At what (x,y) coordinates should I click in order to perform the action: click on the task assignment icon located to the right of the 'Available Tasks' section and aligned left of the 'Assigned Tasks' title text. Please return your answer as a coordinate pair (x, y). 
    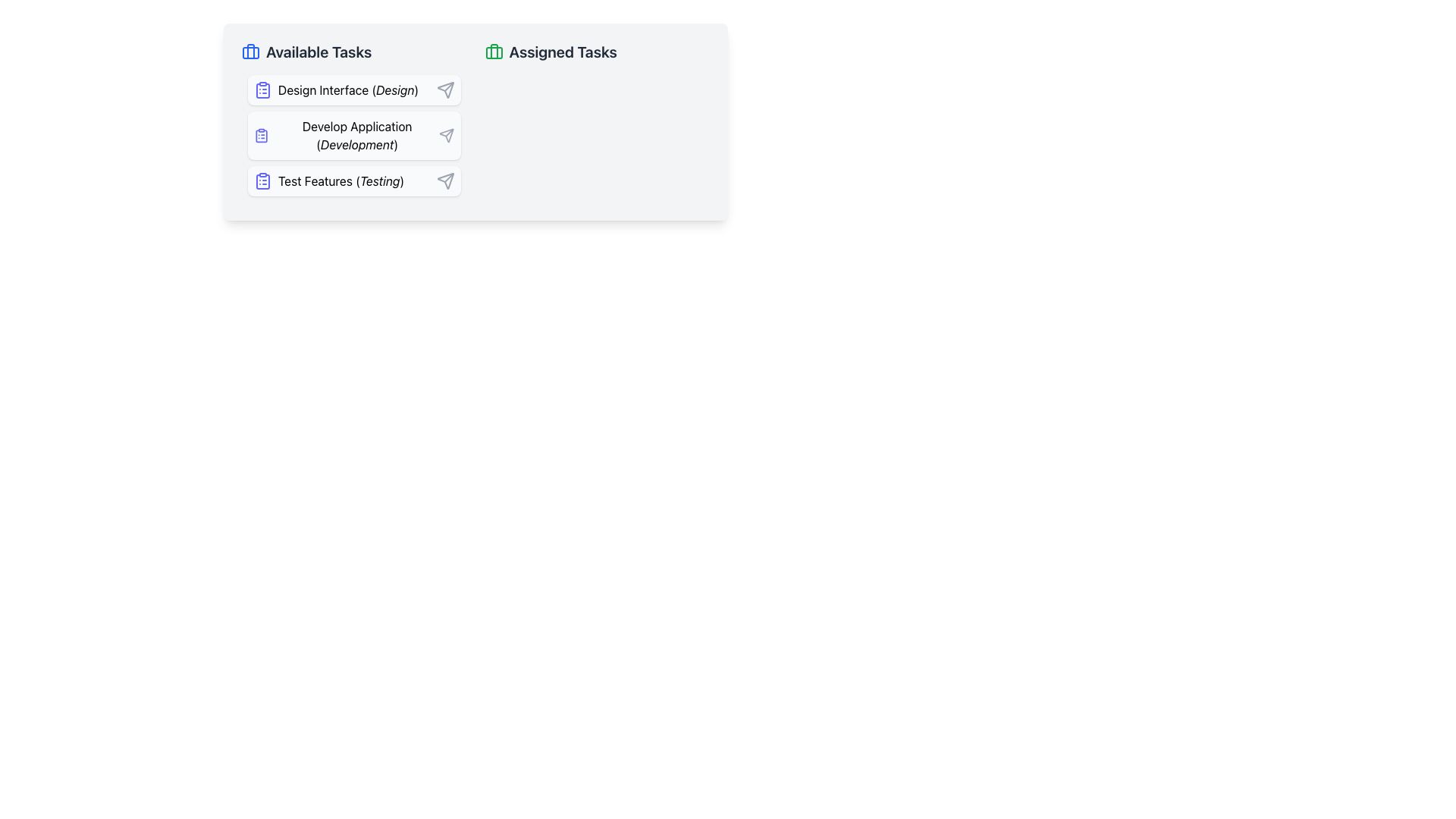
    Looking at the image, I should click on (494, 52).